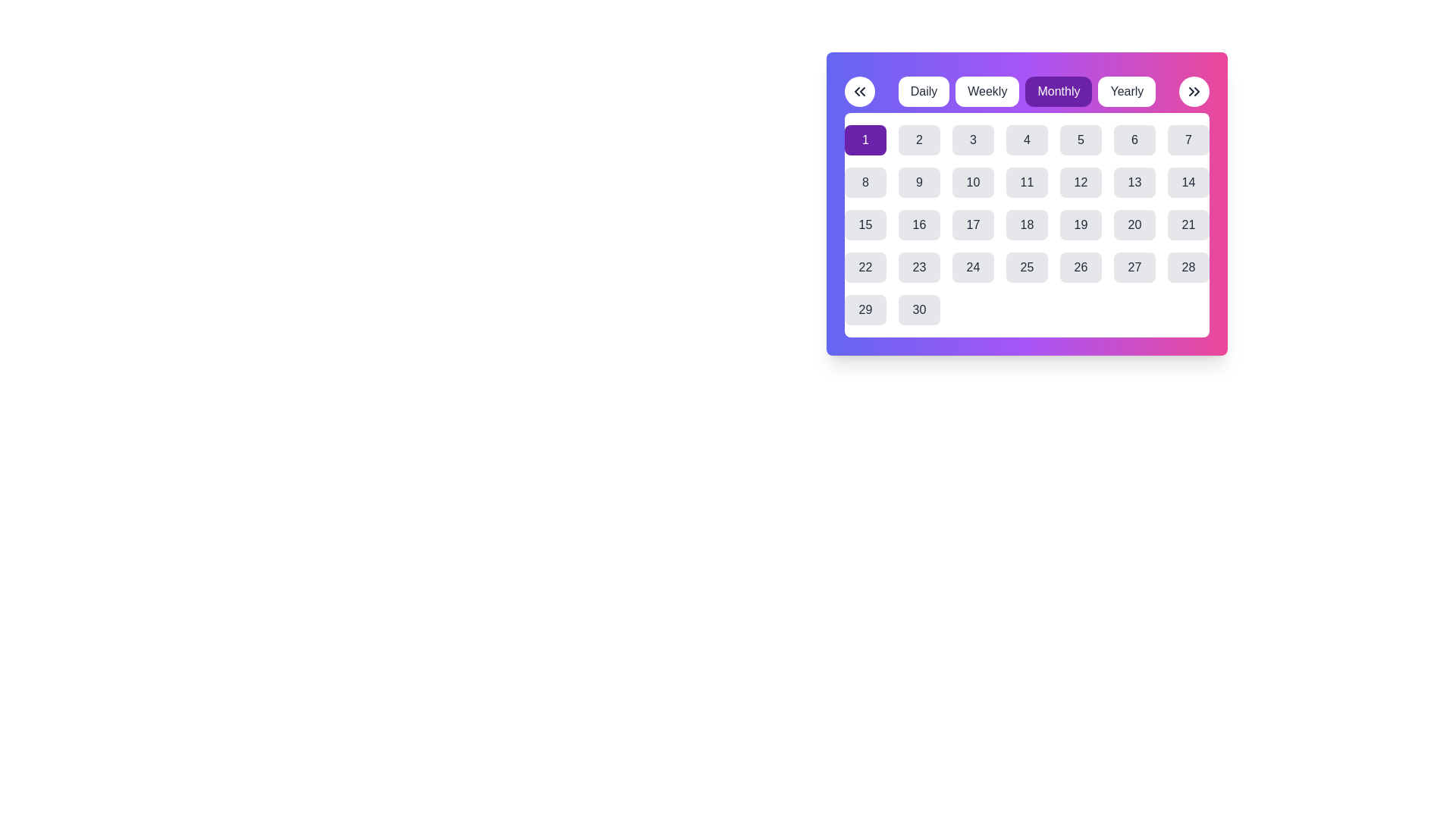 The width and height of the screenshot is (1456, 819). What do you see at coordinates (865, 181) in the screenshot?
I see `the button displaying the number '8' with a light gray background located in the second column of the second row in the grid layout` at bounding box center [865, 181].